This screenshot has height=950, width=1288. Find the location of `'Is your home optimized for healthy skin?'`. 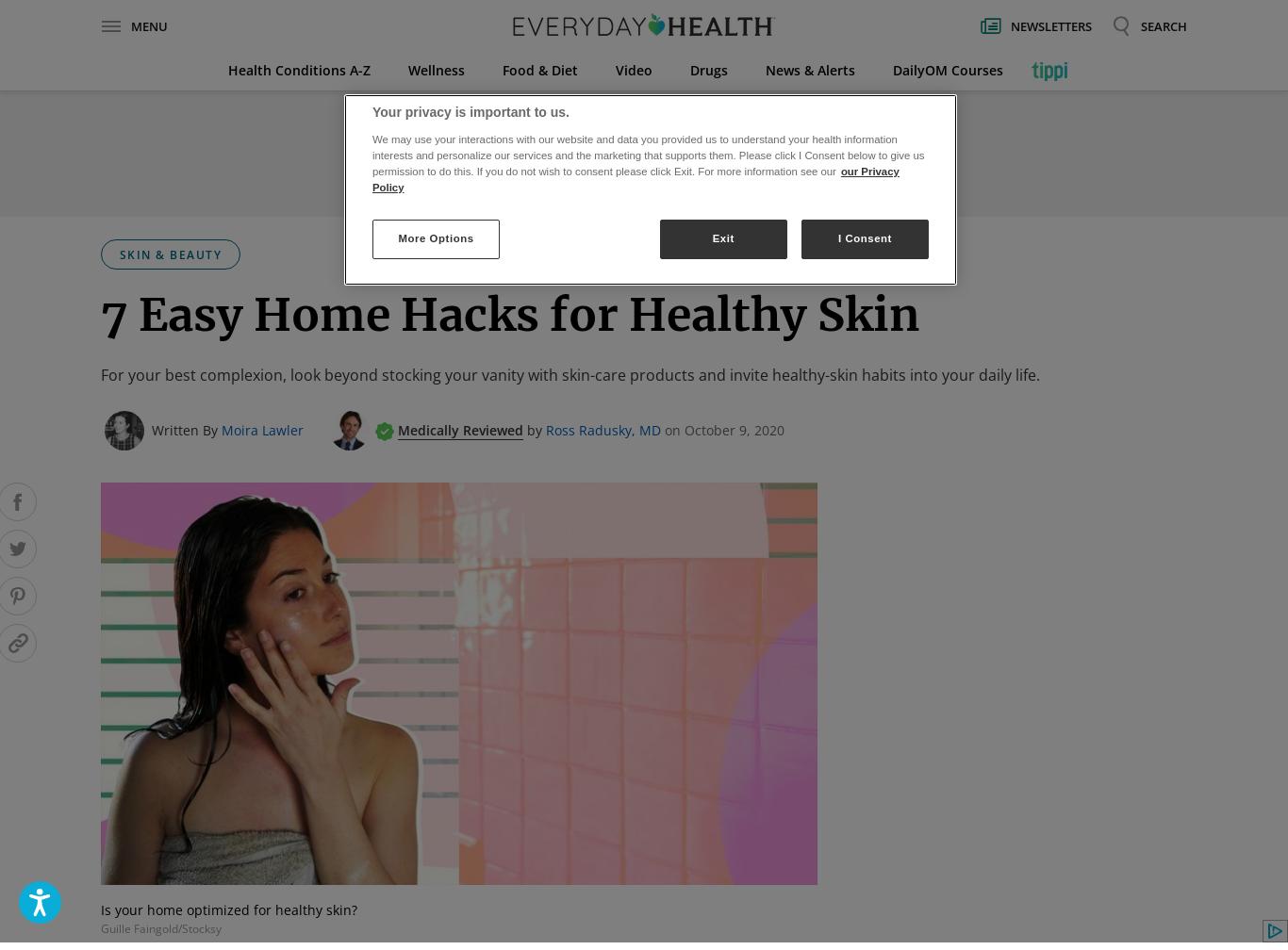

'Is your home optimized for healthy skin?' is located at coordinates (229, 909).